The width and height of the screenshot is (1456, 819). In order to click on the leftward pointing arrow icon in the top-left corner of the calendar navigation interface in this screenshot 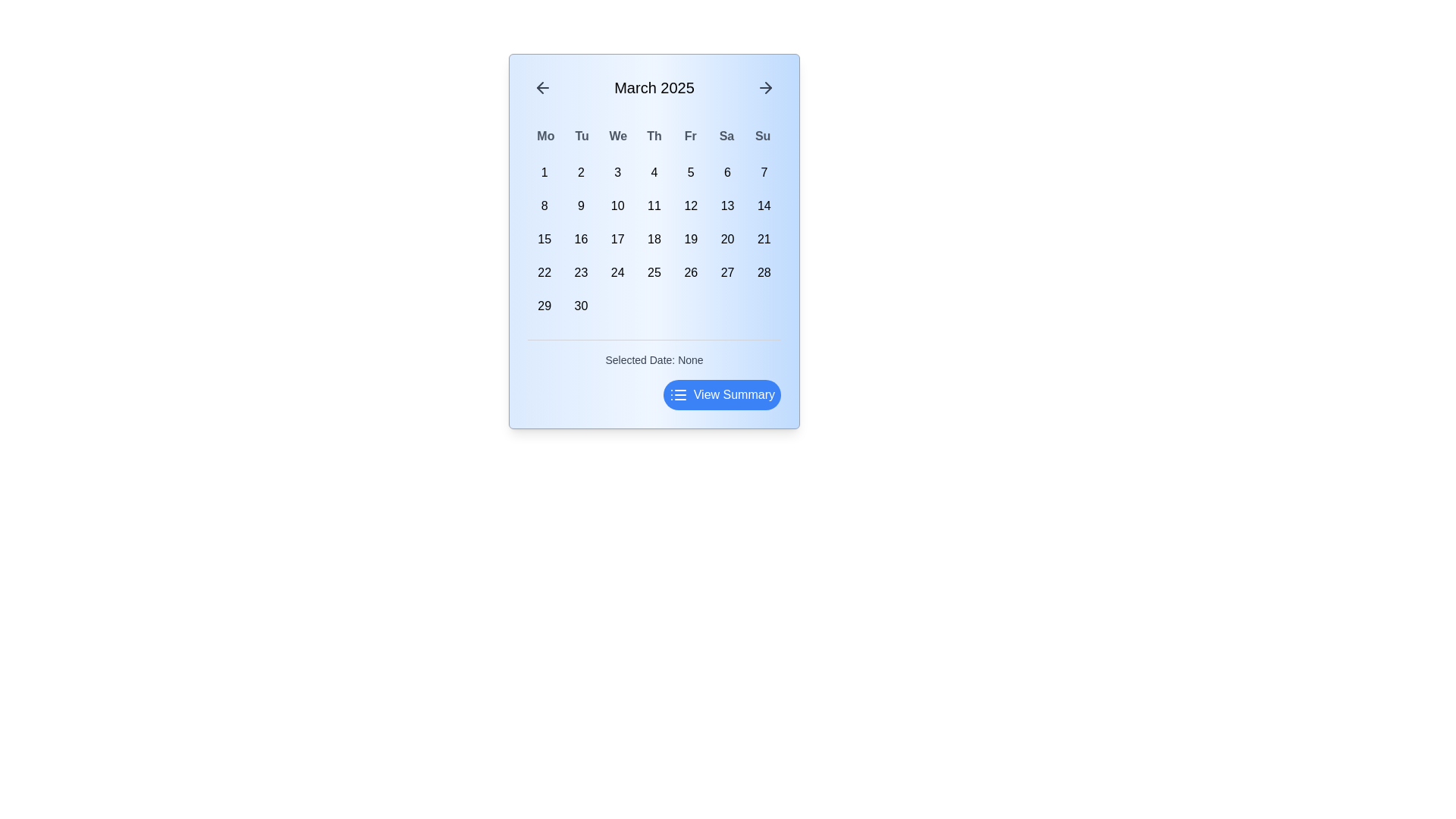, I will do `click(540, 87)`.